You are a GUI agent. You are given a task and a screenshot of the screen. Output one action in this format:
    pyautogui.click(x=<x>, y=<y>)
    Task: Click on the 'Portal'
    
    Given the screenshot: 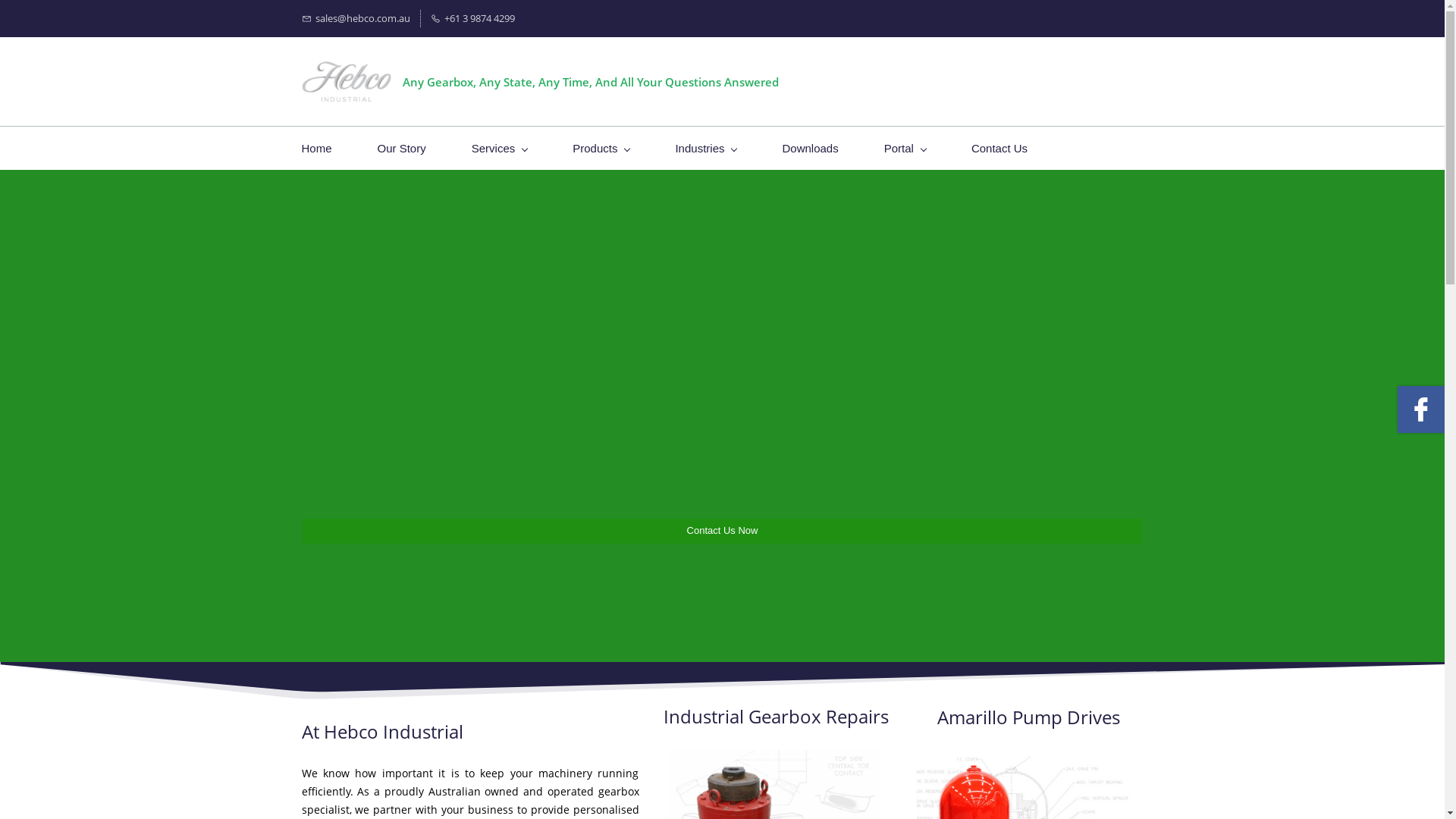 What is the action you would take?
    pyautogui.click(x=884, y=148)
    